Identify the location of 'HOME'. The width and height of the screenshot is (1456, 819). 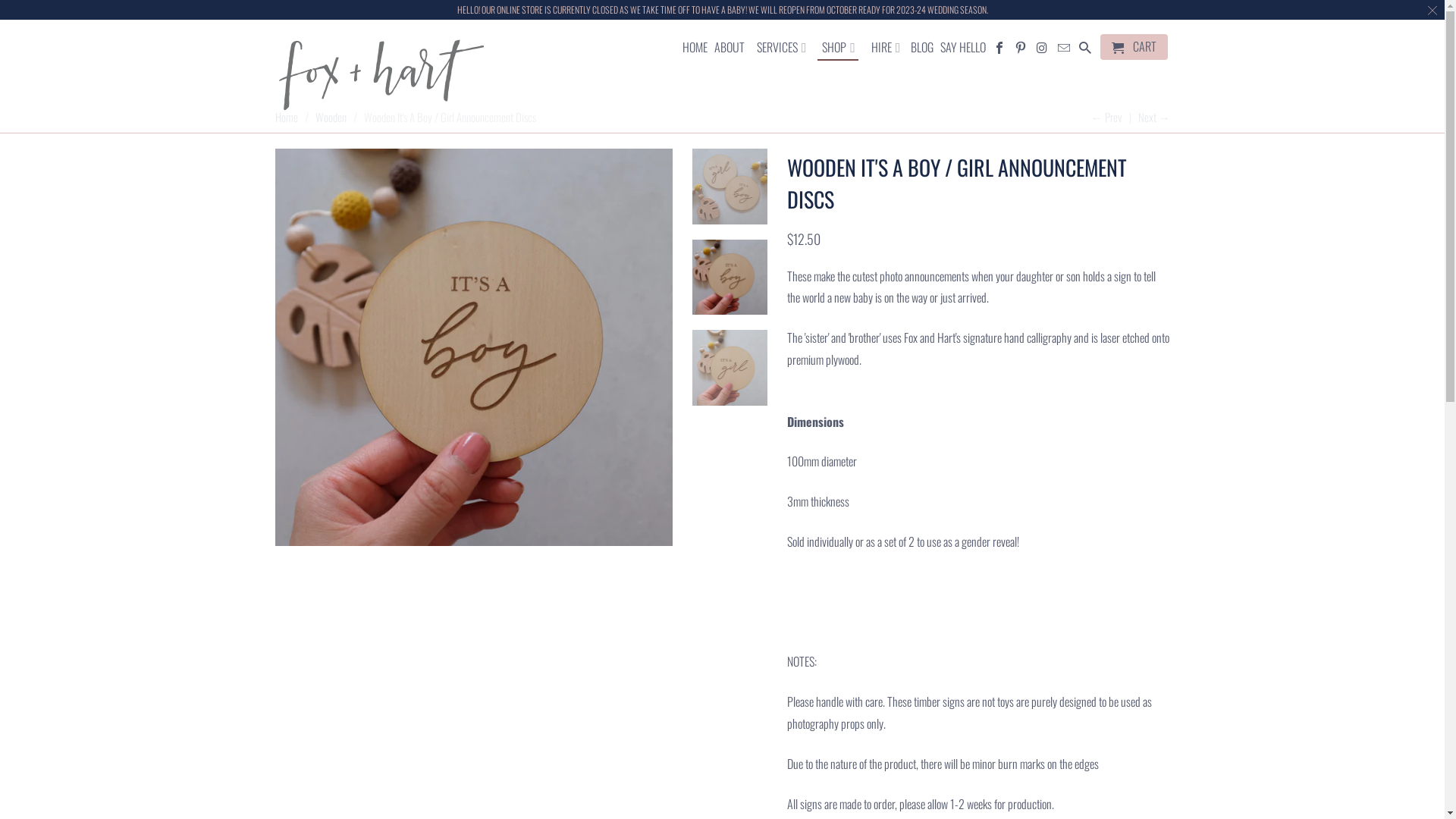
(694, 49).